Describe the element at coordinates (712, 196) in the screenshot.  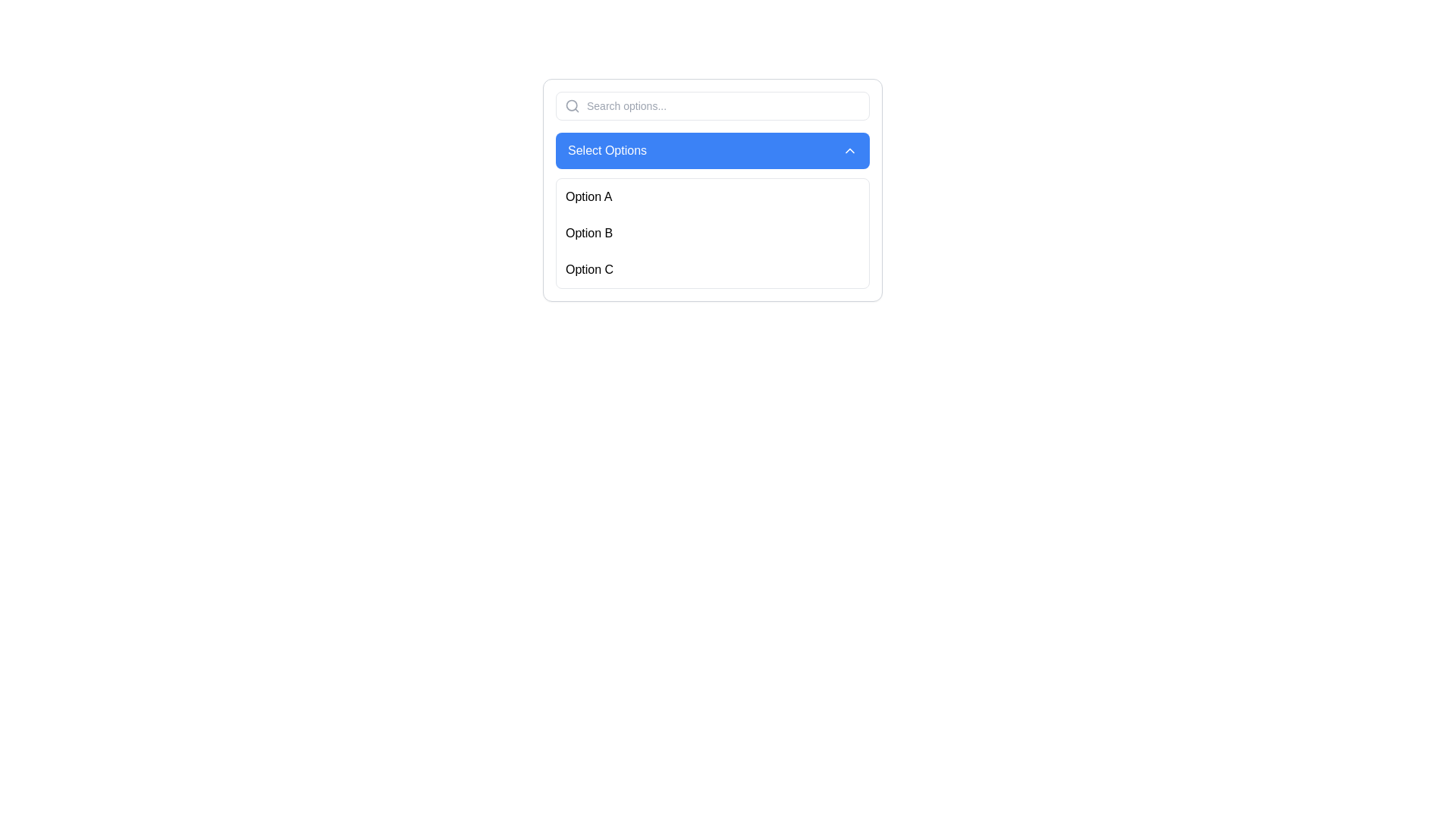
I see `the first selectable option element labeled 'Option A' in the dropdown menu` at that location.